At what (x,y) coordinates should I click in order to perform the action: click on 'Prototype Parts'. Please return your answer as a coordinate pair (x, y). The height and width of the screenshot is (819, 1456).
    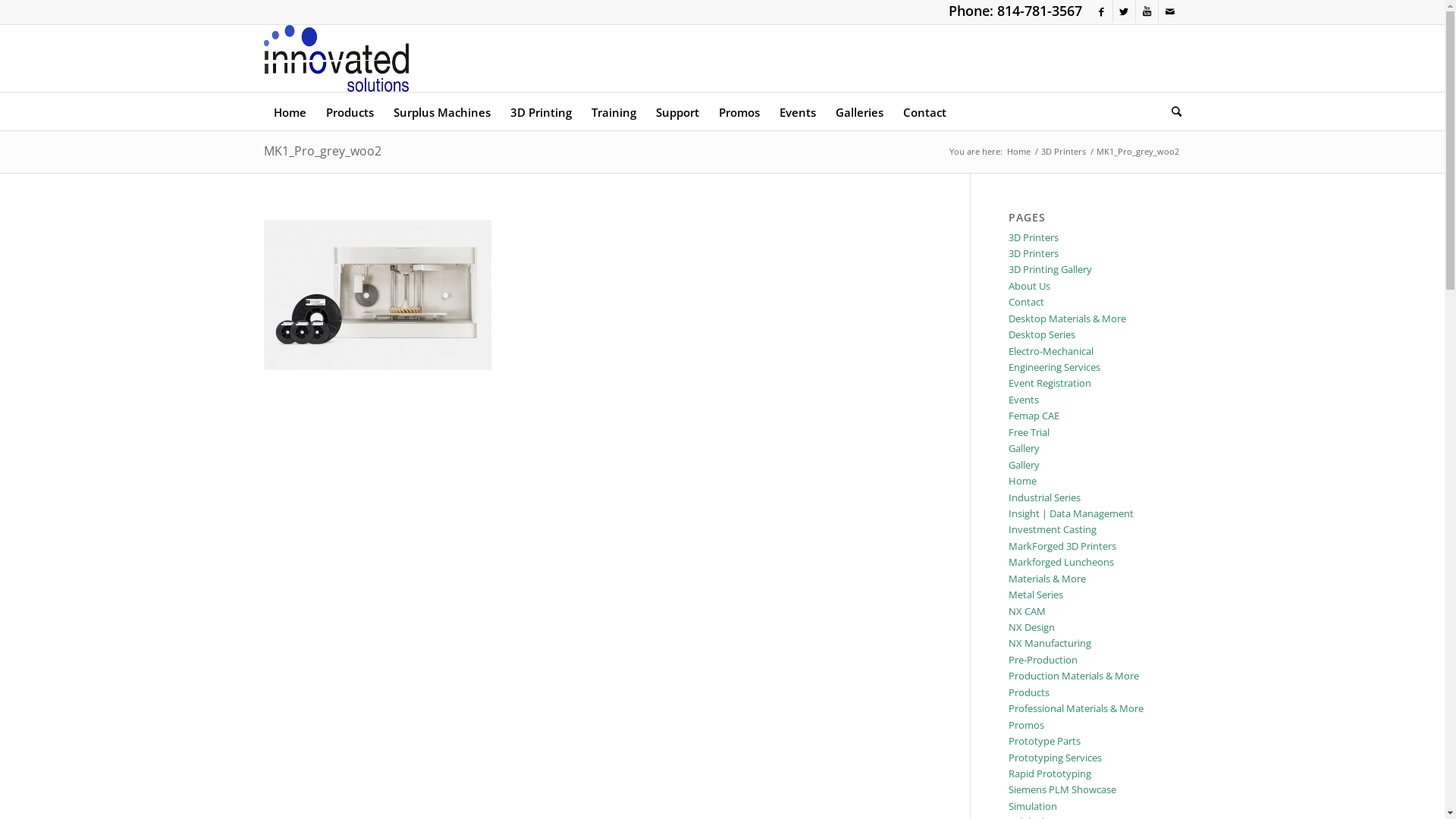
    Looking at the image, I should click on (1043, 739).